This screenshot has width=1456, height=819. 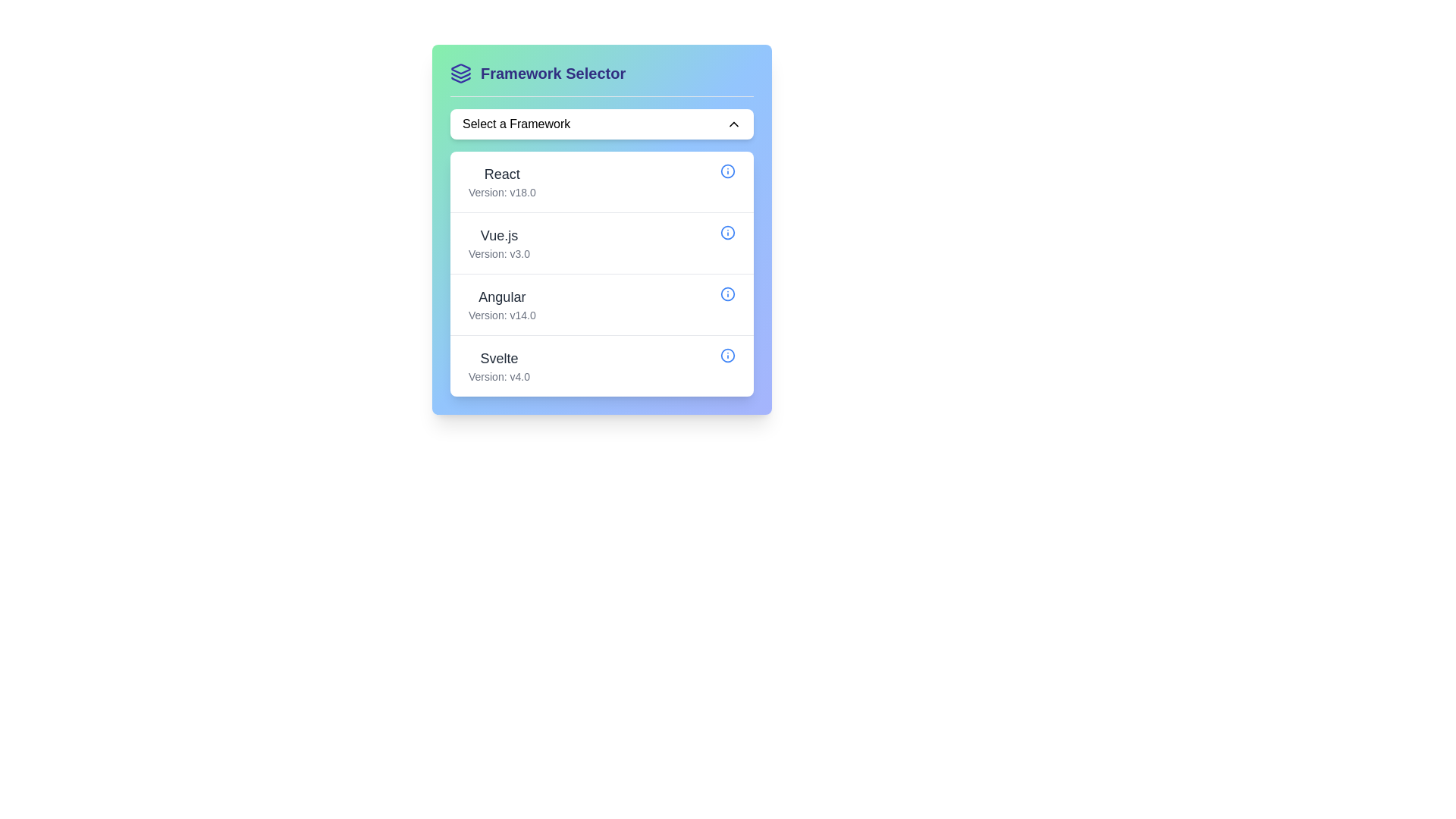 What do you see at coordinates (601, 366) in the screenshot?
I see `the fourth selectable list item indicating the Svelte framework` at bounding box center [601, 366].